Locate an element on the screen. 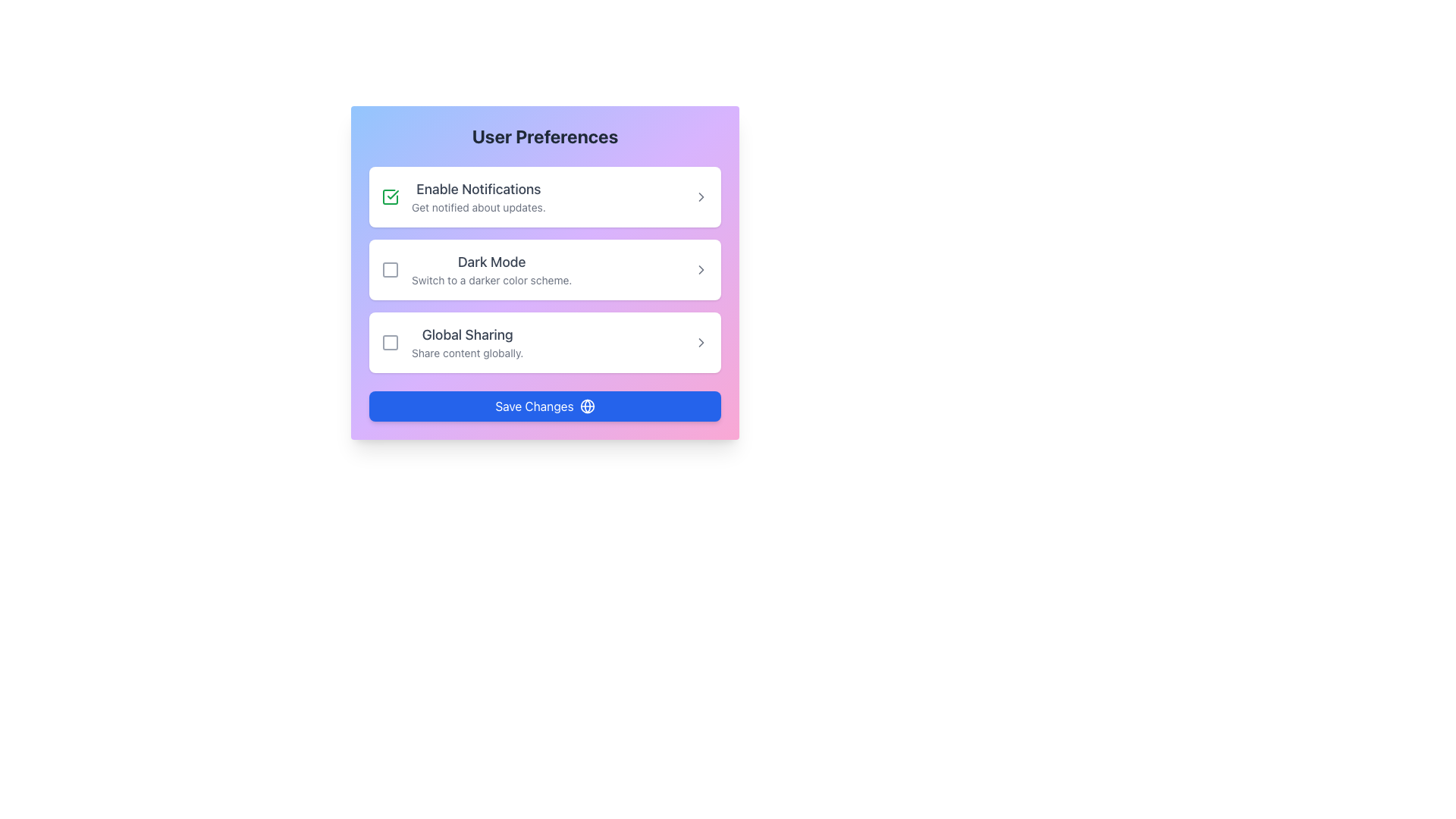 The image size is (1456, 819). the static text that provides a description for the 'Dark Mode' toggle option, located directly underneath the 'Dark Mode' heading is located at coordinates (491, 281).